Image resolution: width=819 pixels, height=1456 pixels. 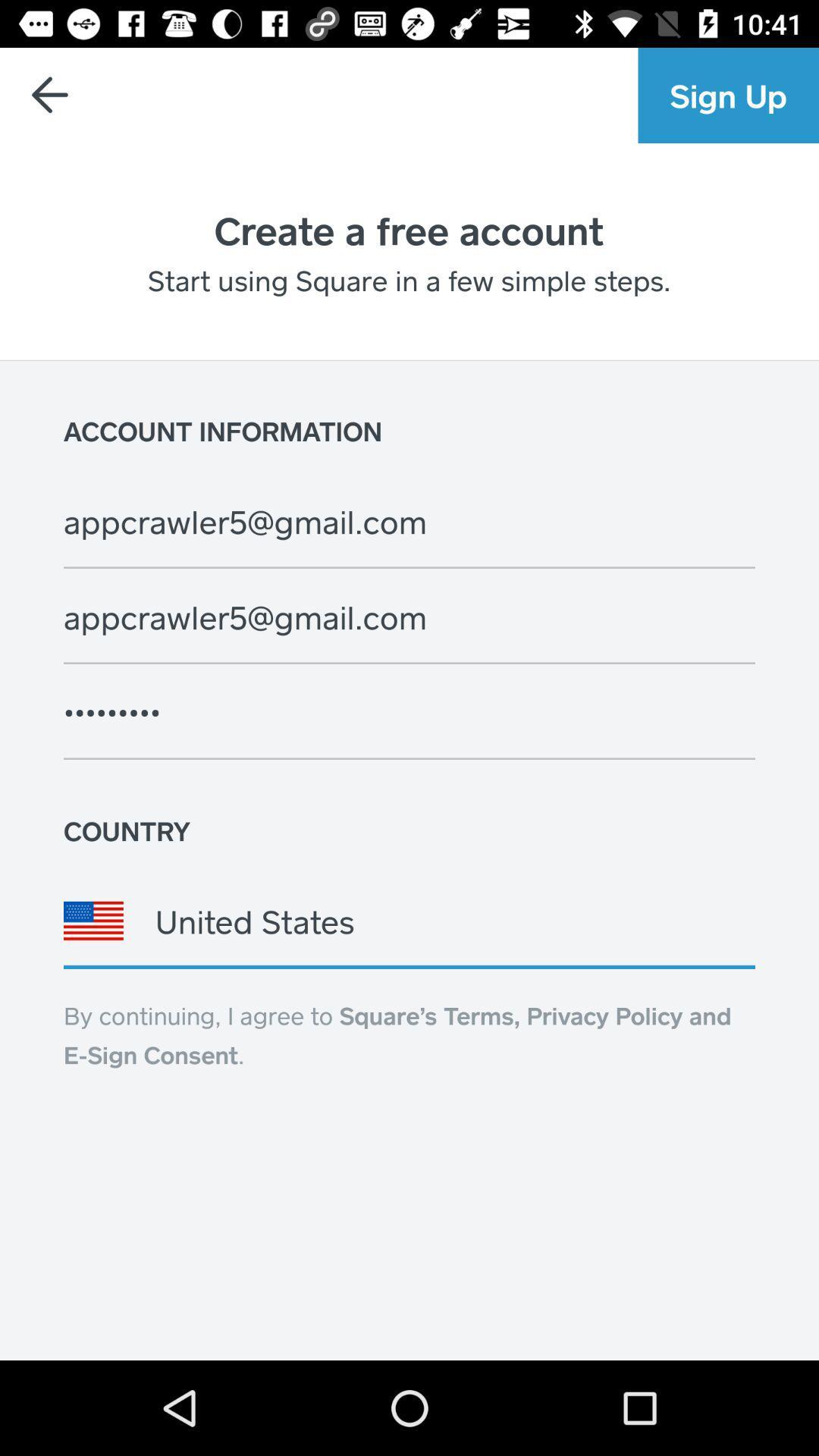 I want to click on item below the create a free, so click(x=408, y=280).